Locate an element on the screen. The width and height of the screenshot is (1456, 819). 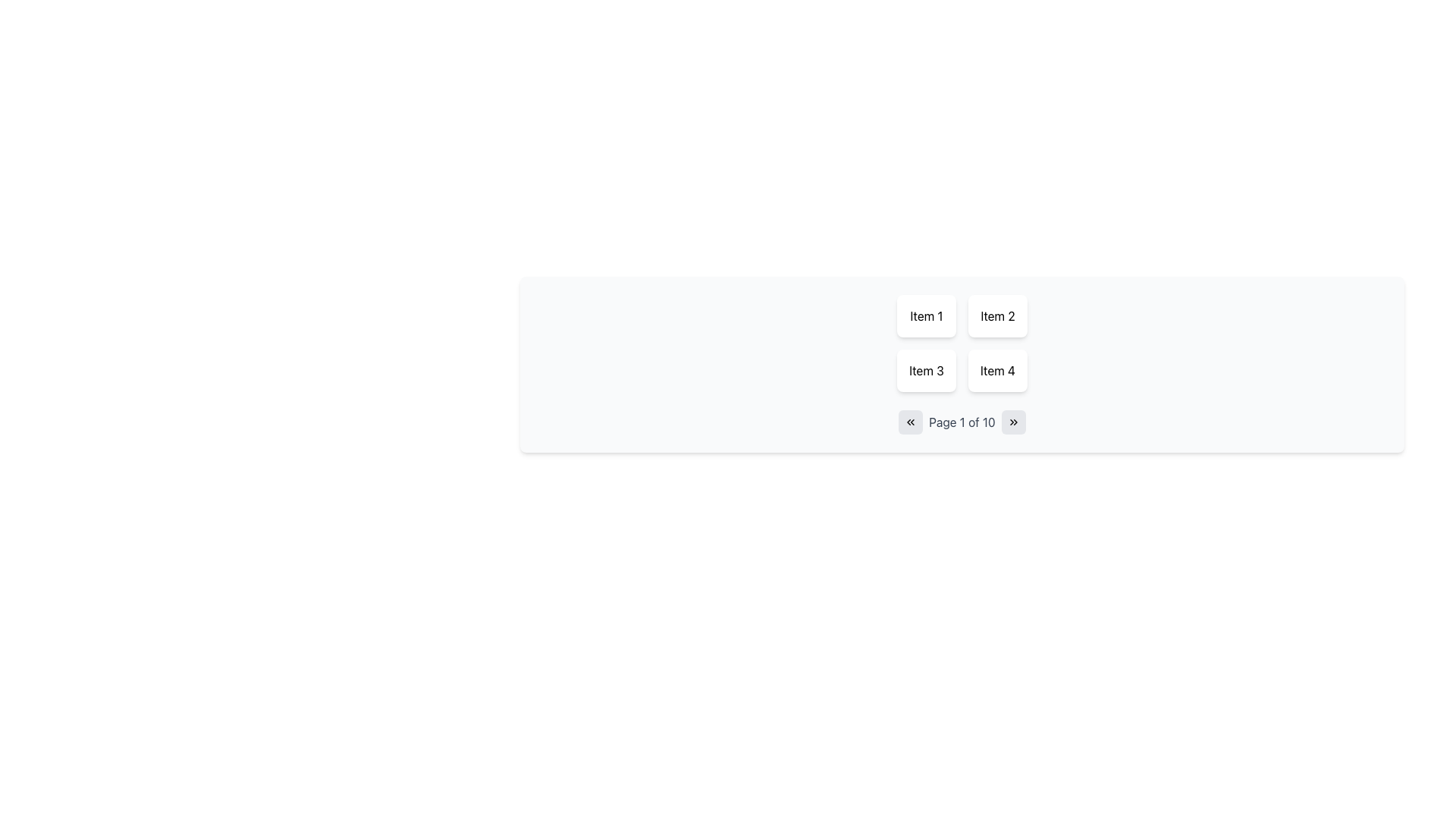
the card-style block displaying 'Item 1' located in the top-left corner of the grid layout is located at coordinates (926, 315).